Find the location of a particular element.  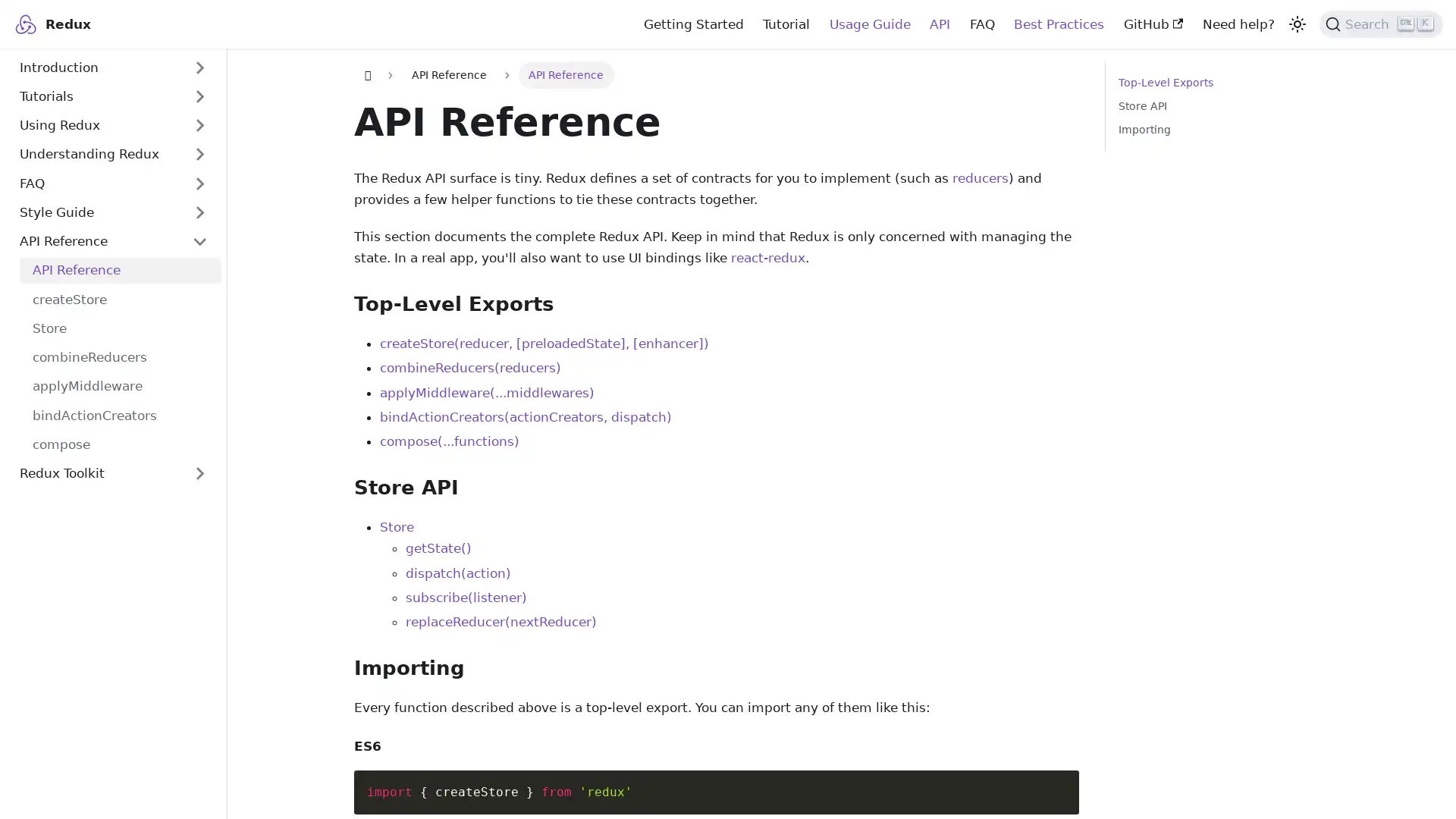

Search is located at coordinates (1381, 23).